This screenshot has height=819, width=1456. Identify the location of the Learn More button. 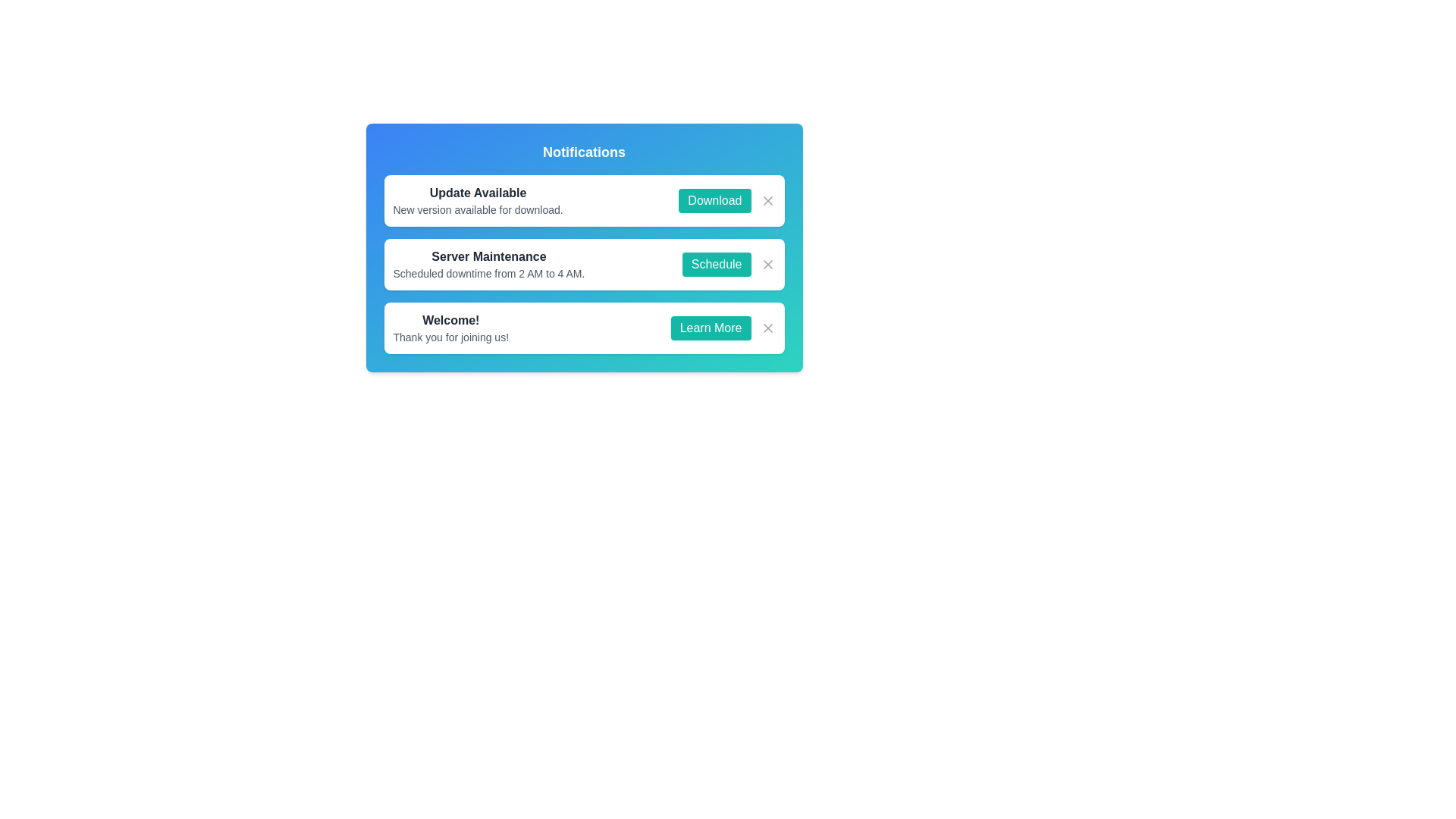
(710, 327).